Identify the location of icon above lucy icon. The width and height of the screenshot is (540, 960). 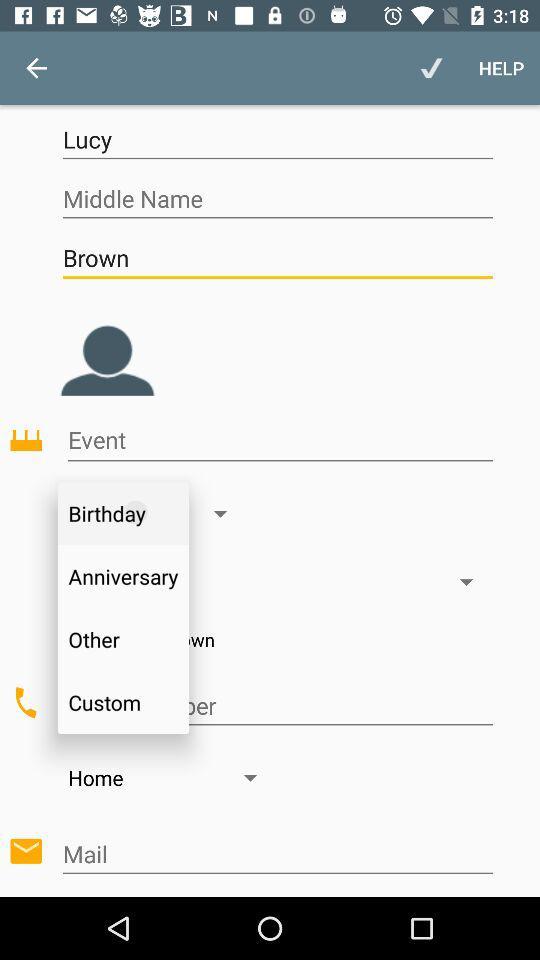
(500, 68).